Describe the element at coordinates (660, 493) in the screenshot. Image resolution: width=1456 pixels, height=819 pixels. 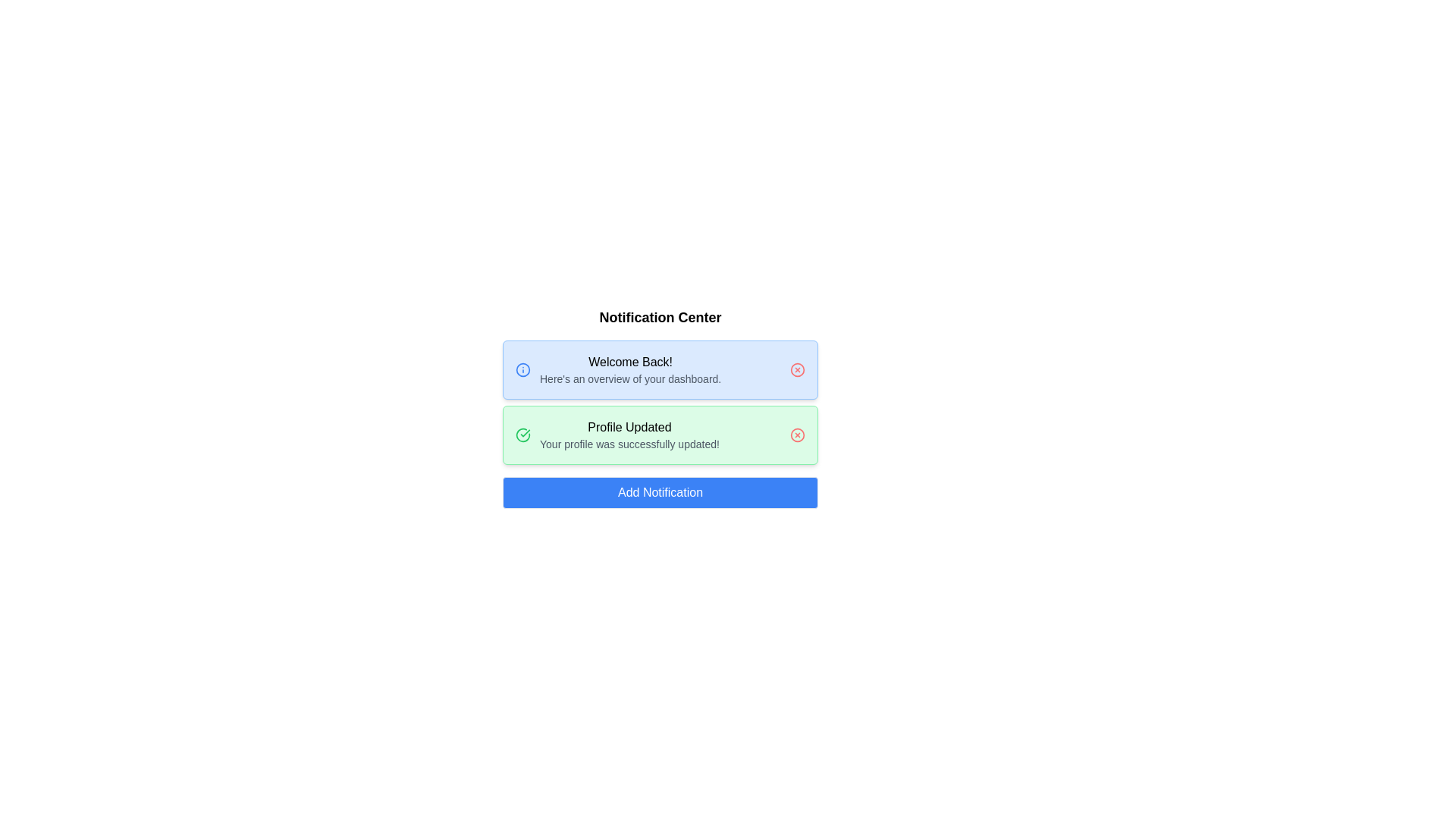
I see `the 'Add New Notification' button located at the bottom of the 'Notification Center' section` at that location.